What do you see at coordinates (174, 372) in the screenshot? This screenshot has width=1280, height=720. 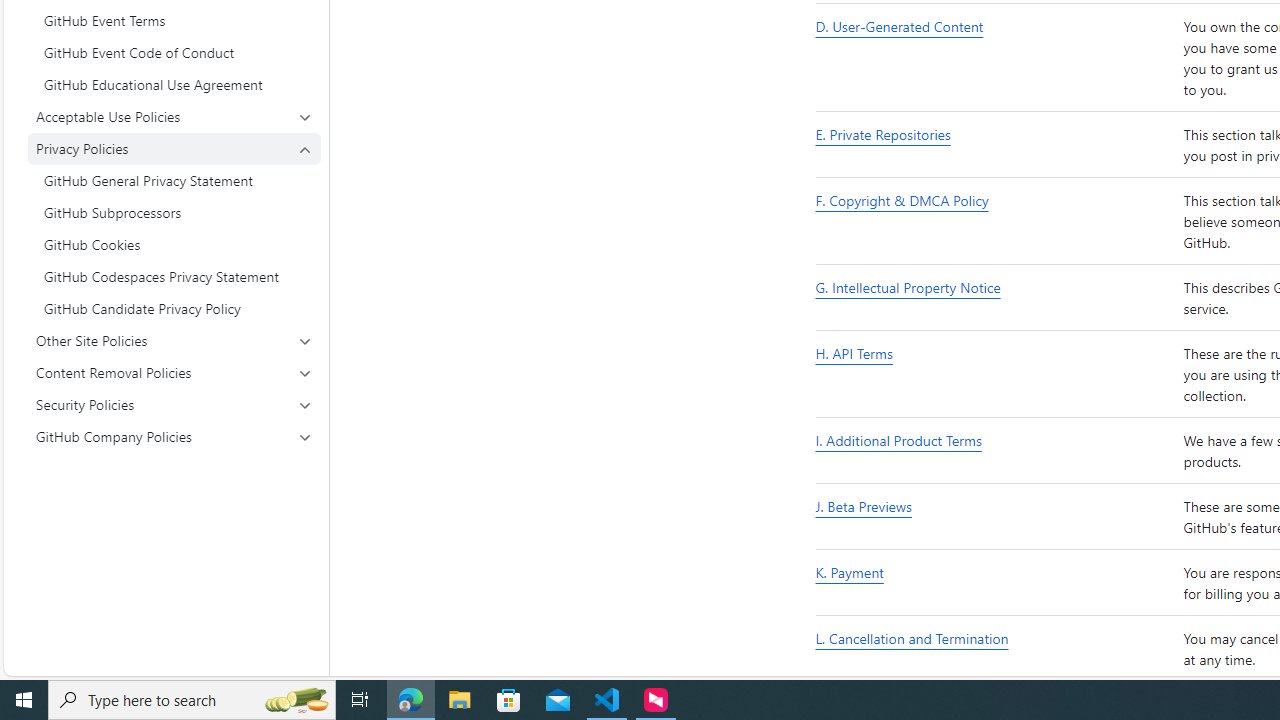 I see `'Content Removal Policies'` at bounding box center [174, 372].